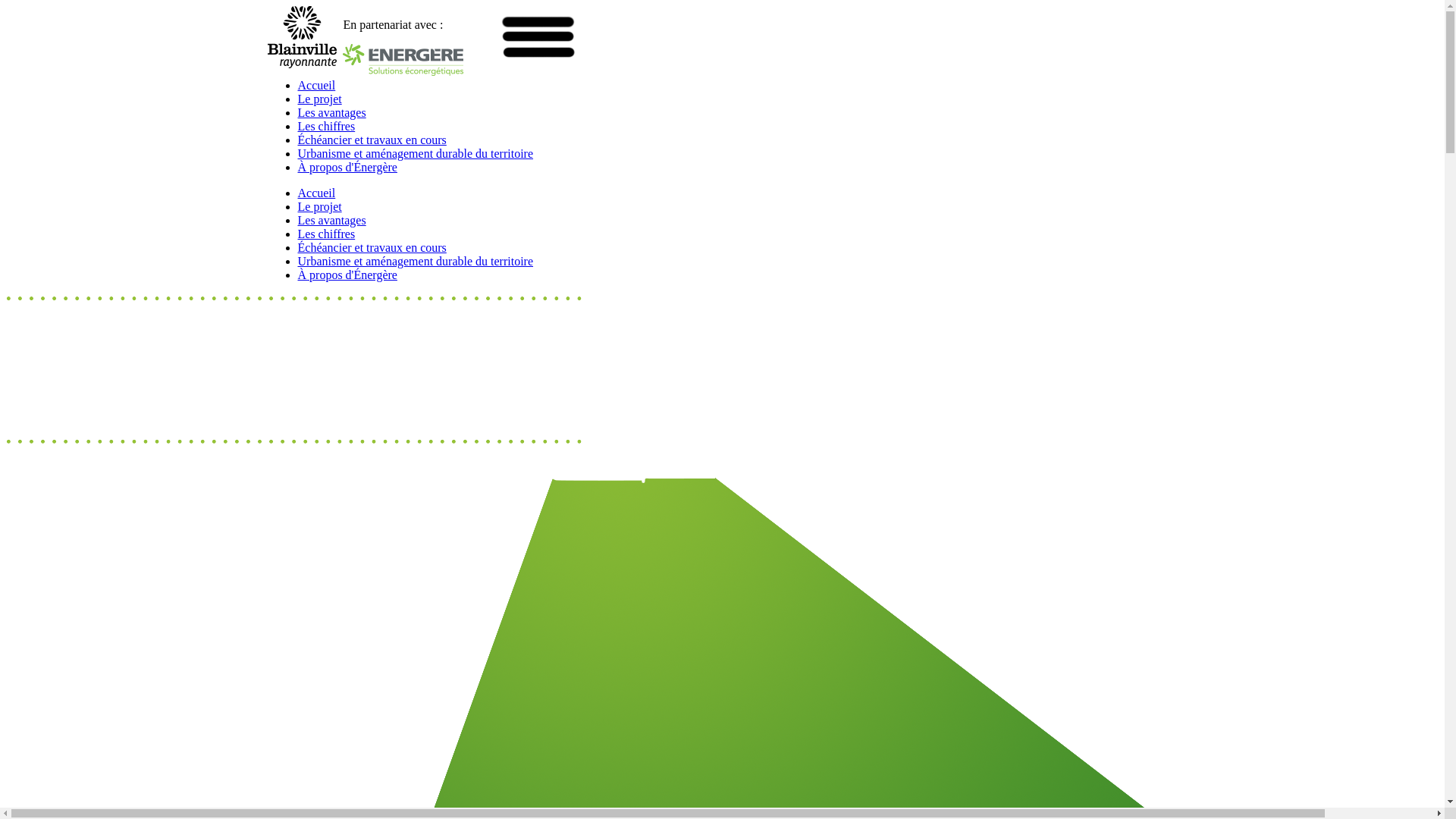 This screenshot has width=1456, height=819. Describe the element at coordinates (330, 220) in the screenshot. I see `'Les avantages'` at that location.